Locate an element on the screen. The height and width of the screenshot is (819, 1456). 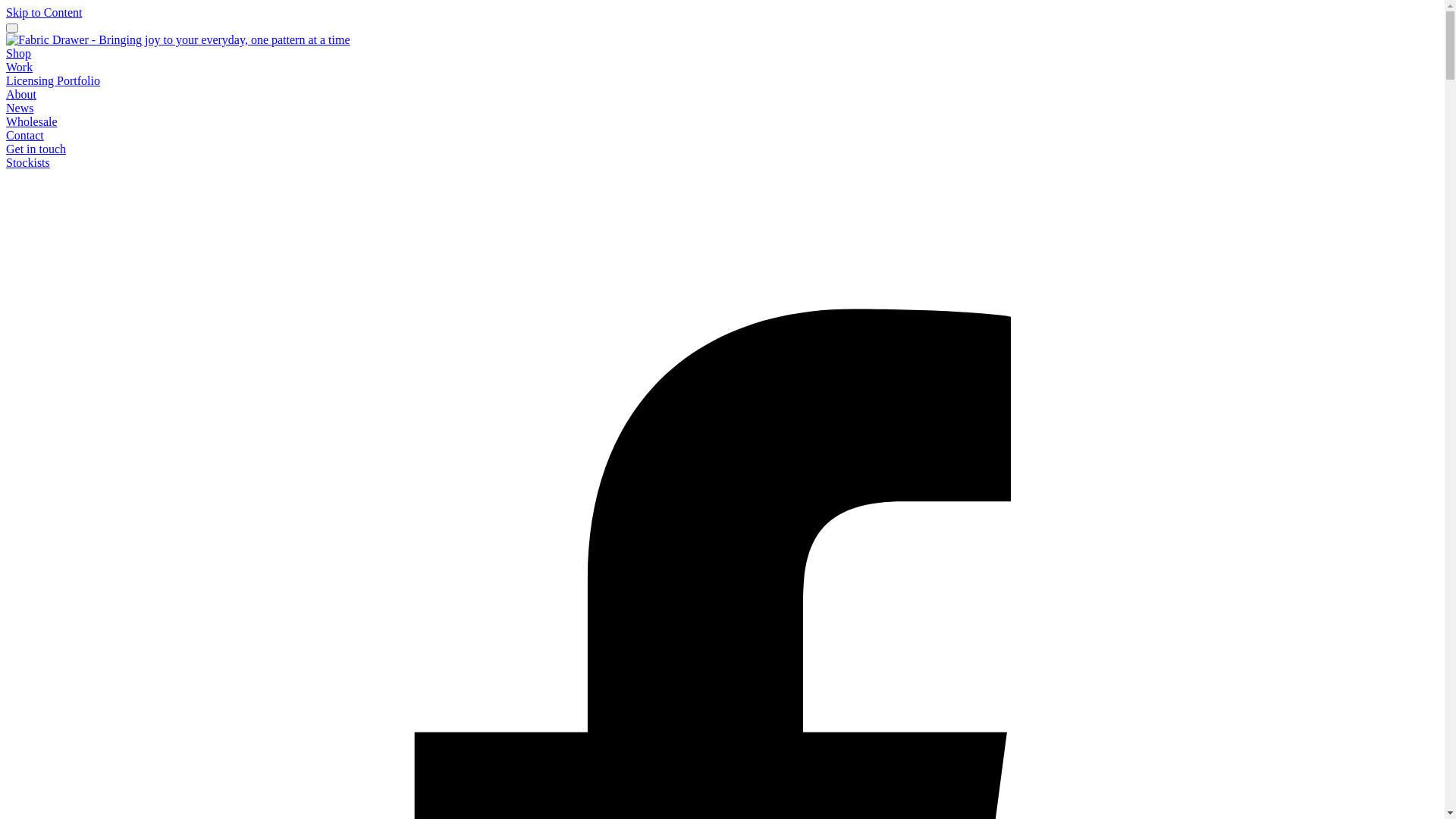
'Shop' is located at coordinates (18, 52).